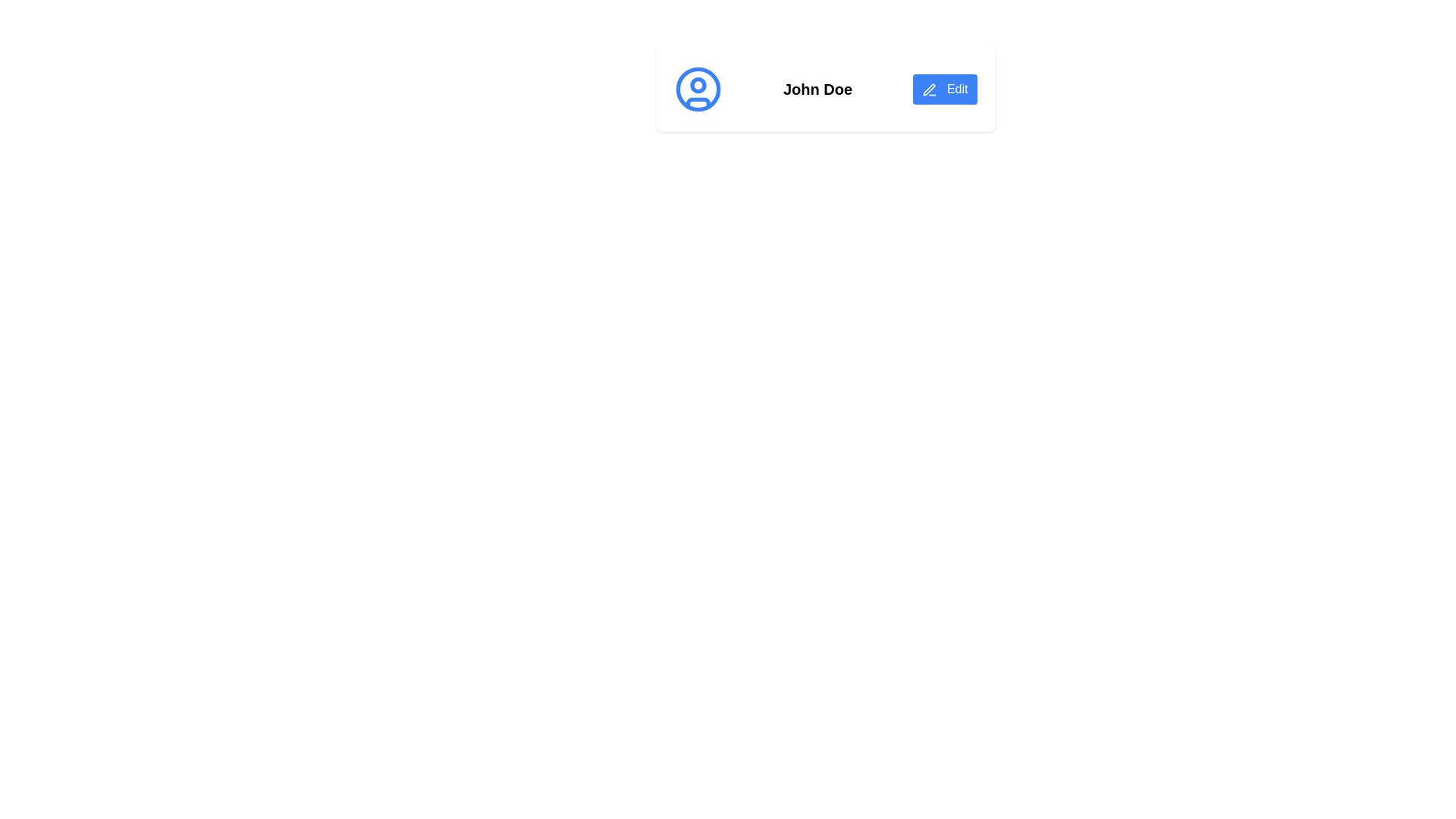 Image resolution: width=1456 pixels, height=819 pixels. What do you see at coordinates (824, 89) in the screenshot?
I see `profile name 'John Doe' displayed in the profile display area, which includes a blue circular icon and an 'Edit' button` at bounding box center [824, 89].